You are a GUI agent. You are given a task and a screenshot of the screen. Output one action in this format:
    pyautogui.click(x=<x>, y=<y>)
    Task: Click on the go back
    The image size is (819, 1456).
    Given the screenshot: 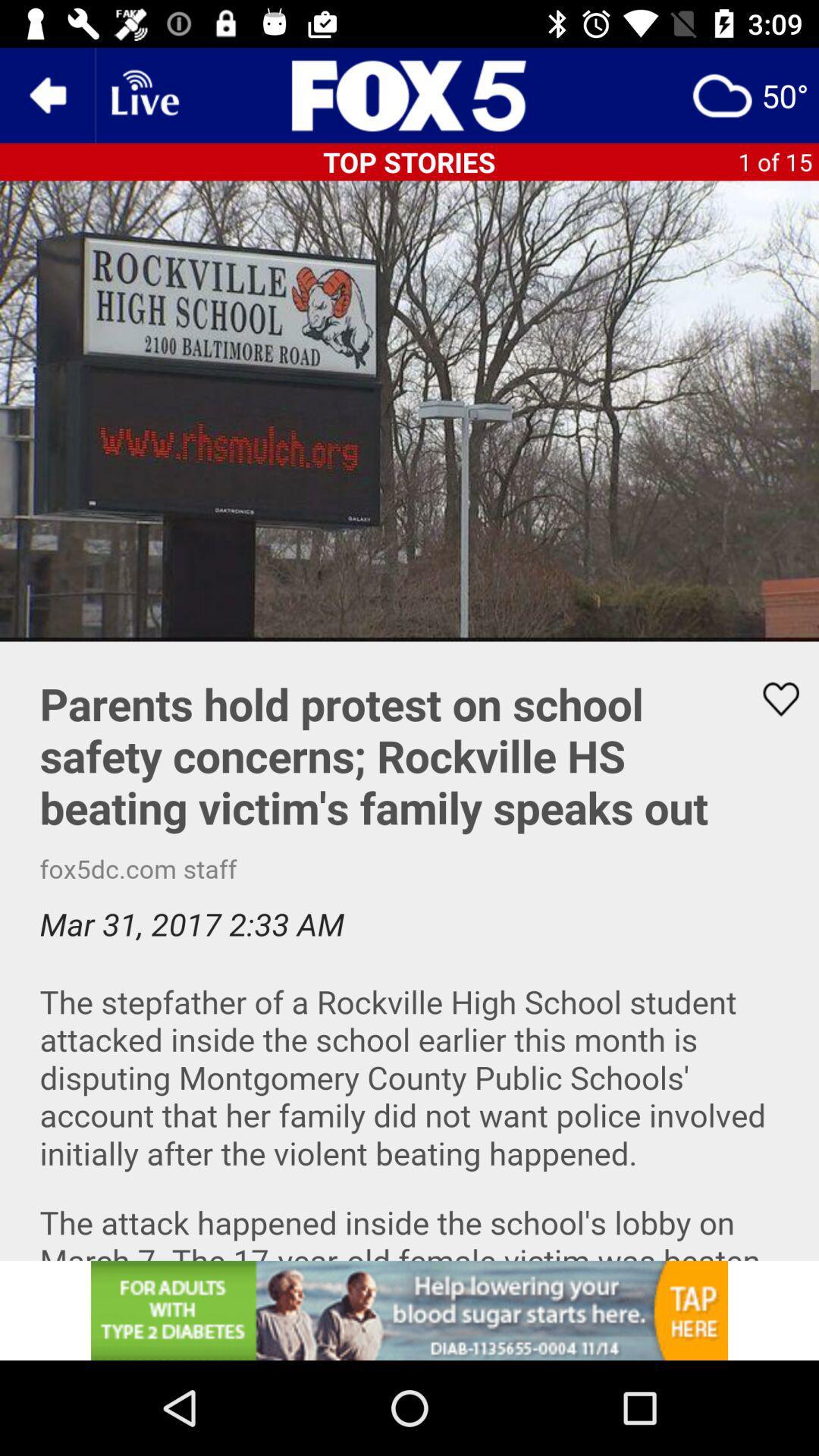 What is the action you would take?
    pyautogui.click(x=46, y=94)
    